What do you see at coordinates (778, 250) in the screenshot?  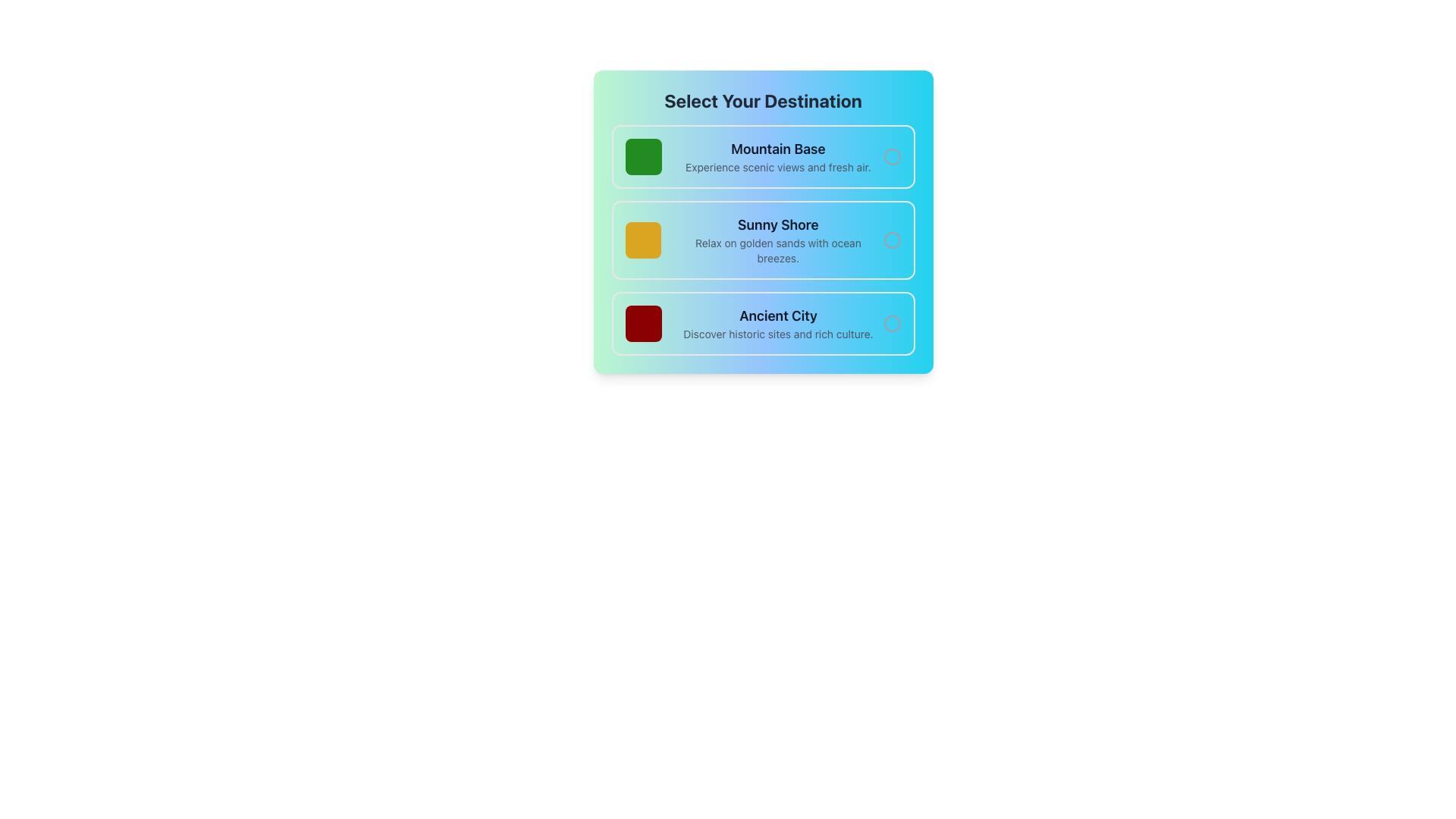 I see `descriptive text located below the title 'Sunny Shore' in the second card of three vertically stacked cards` at bounding box center [778, 250].